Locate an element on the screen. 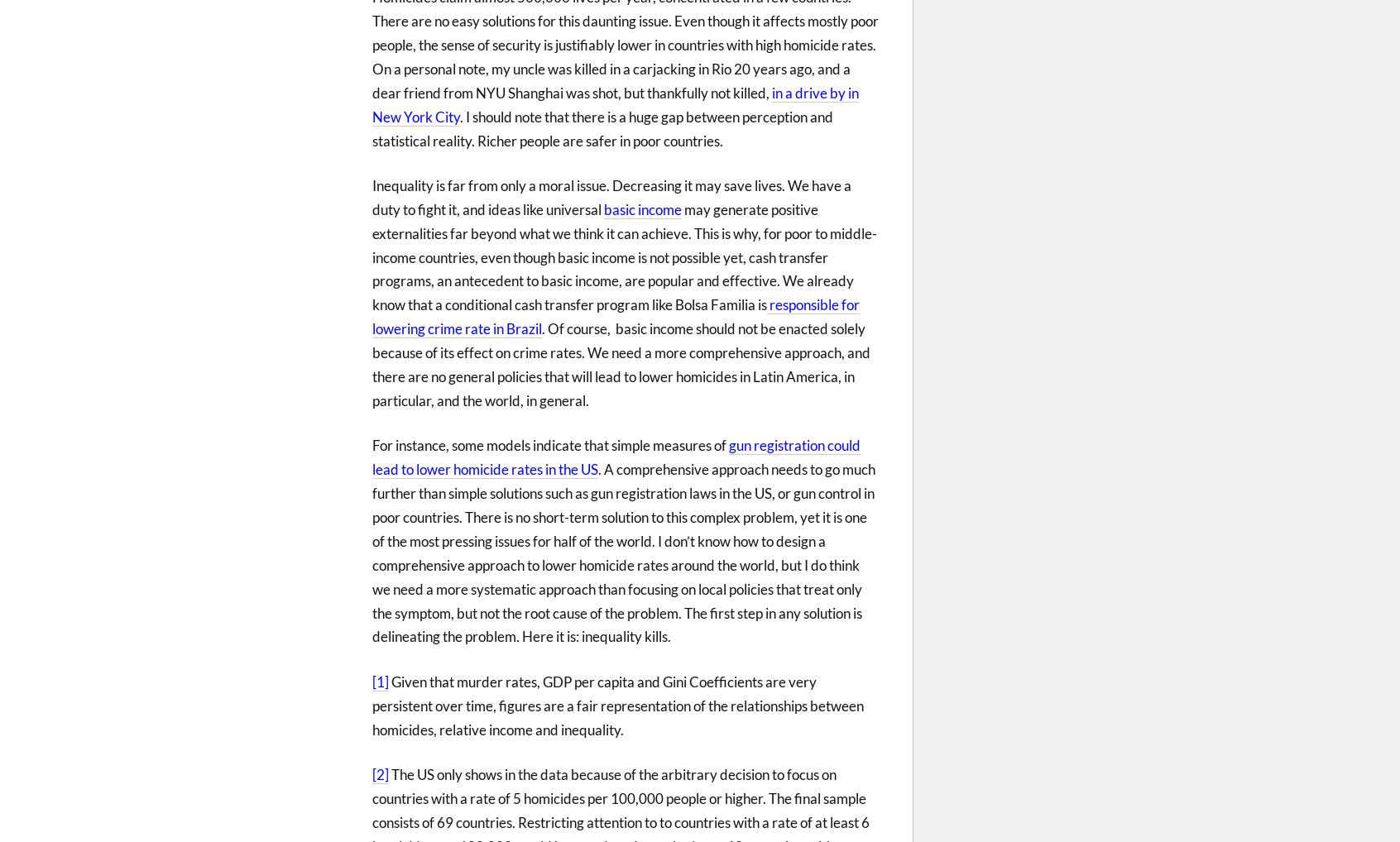 Image resolution: width=1400 pixels, height=842 pixels. 'basic income' is located at coordinates (642, 208).